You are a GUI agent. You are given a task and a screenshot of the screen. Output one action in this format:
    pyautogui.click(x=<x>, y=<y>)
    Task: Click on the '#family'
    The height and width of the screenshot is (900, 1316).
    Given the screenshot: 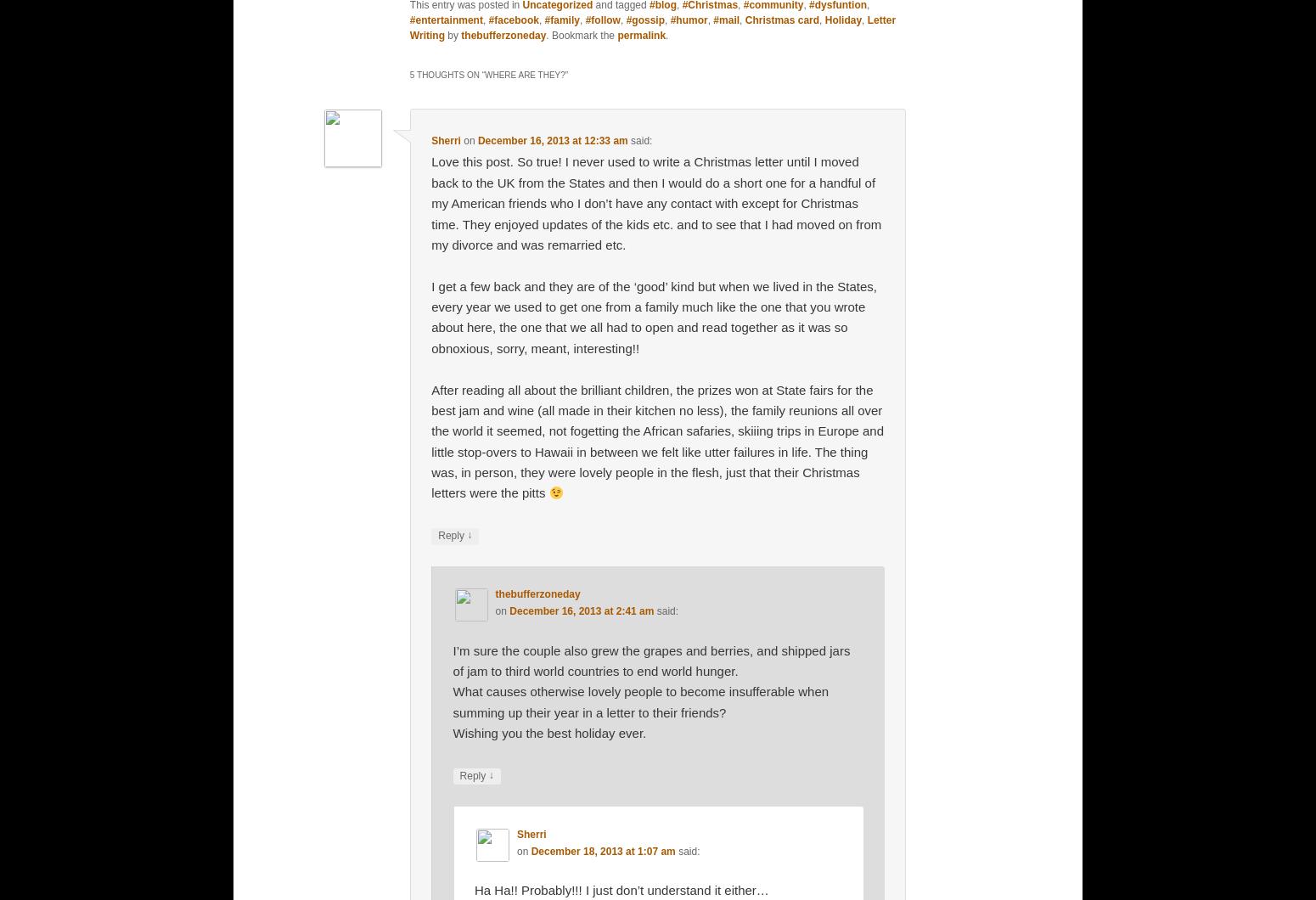 What is the action you would take?
    pyautogui.click(x=560, y=20)
    